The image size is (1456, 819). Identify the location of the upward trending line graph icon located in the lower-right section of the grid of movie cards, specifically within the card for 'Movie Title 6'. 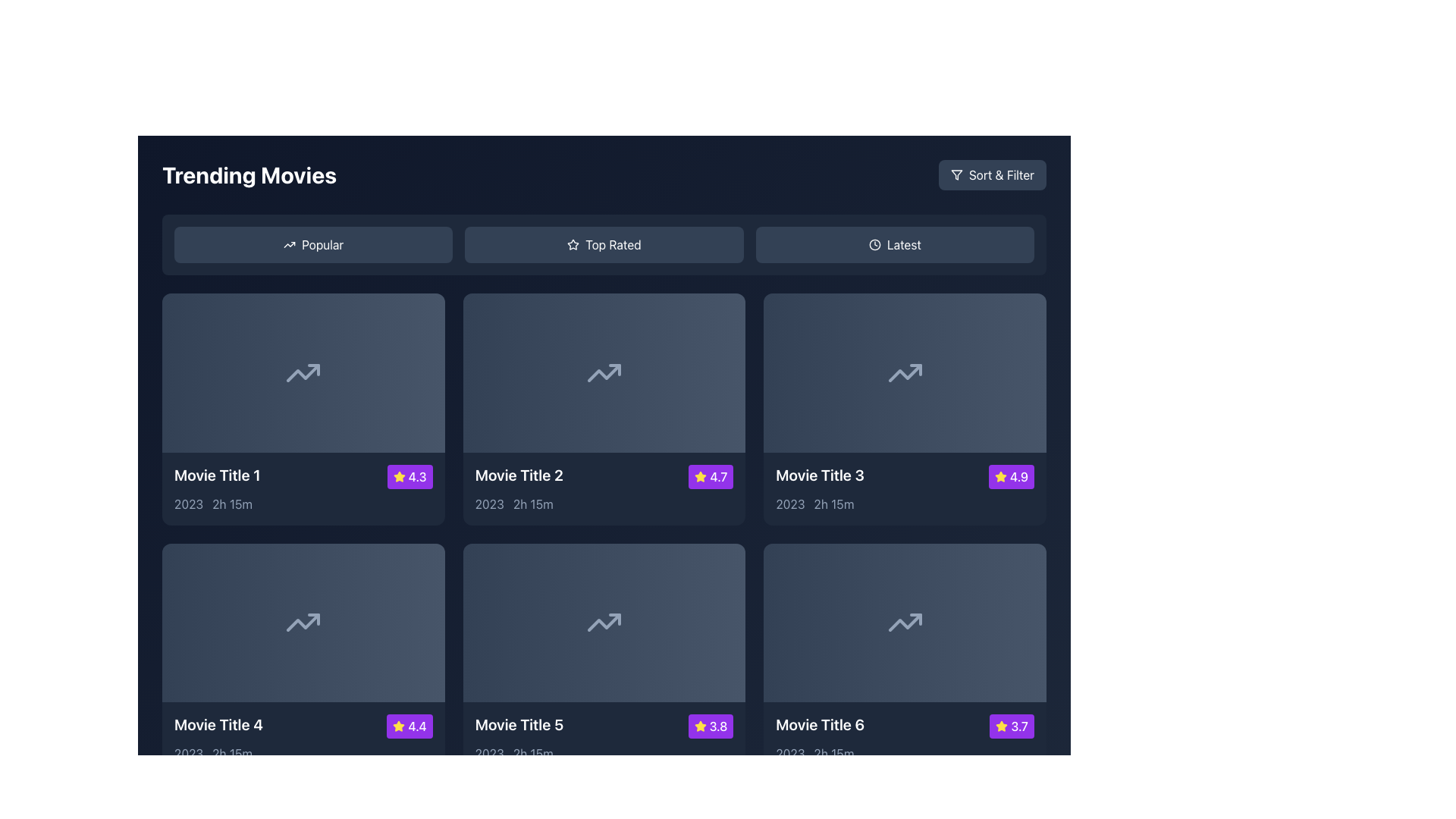
(905, 623).